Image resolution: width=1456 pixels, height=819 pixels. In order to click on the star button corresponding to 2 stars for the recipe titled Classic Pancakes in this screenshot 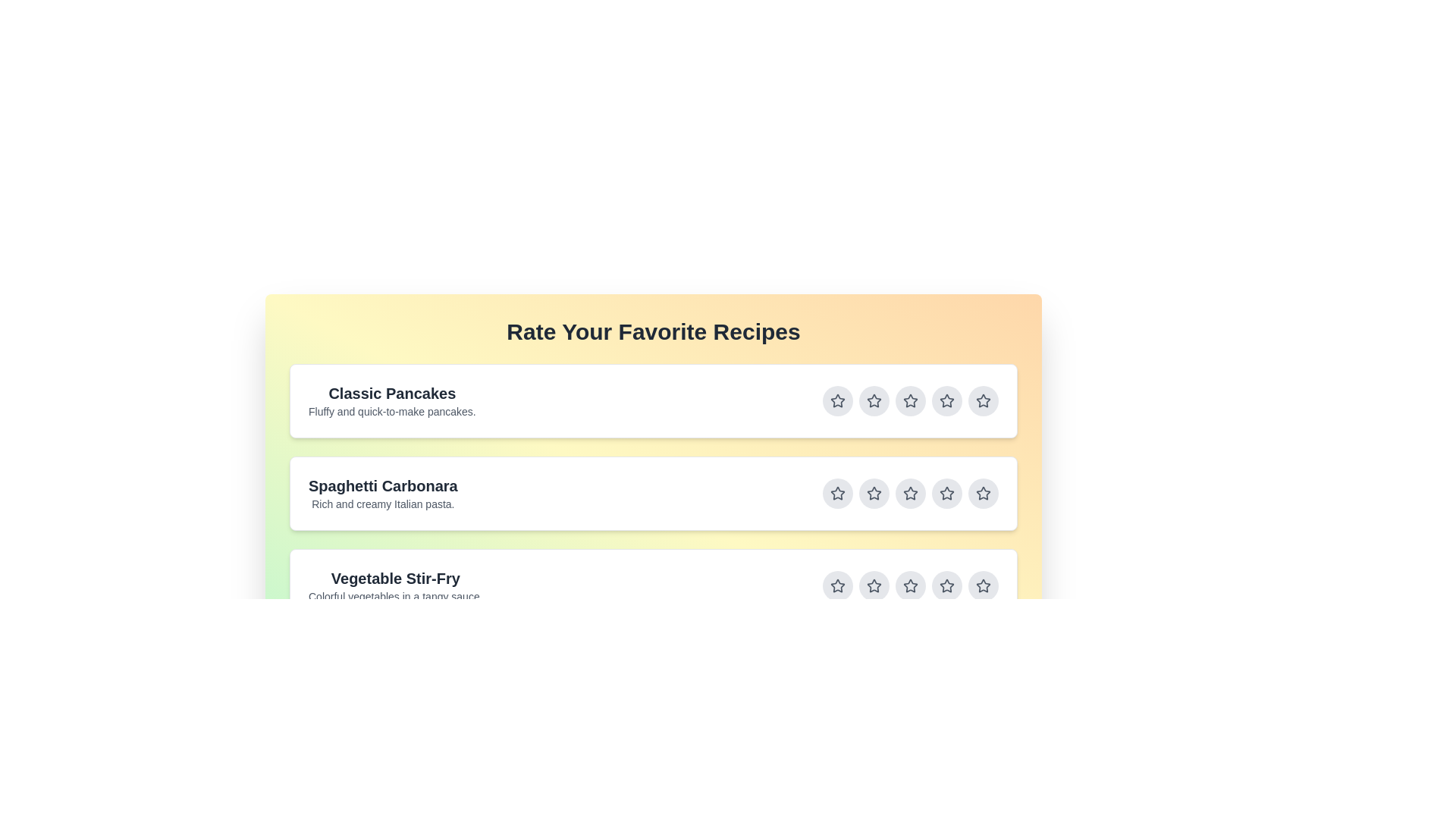, I will do `click(874, 400)`.